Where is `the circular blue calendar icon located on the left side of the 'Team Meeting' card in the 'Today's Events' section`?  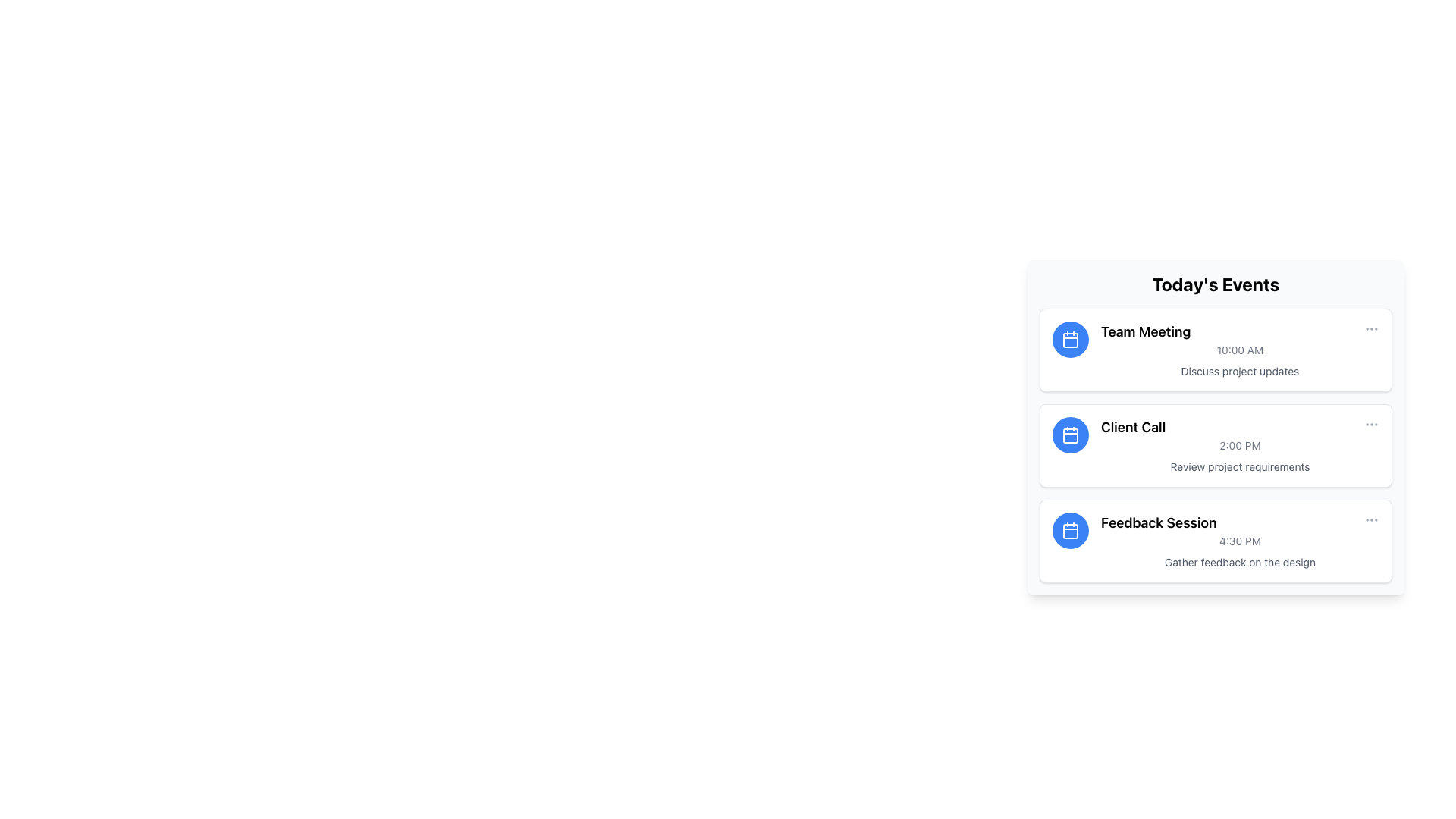 the circular blue calendar icon located on the left side of the 'Team Meeting' card in the 'Today's Events' section is located at coordinates (1069, 338).